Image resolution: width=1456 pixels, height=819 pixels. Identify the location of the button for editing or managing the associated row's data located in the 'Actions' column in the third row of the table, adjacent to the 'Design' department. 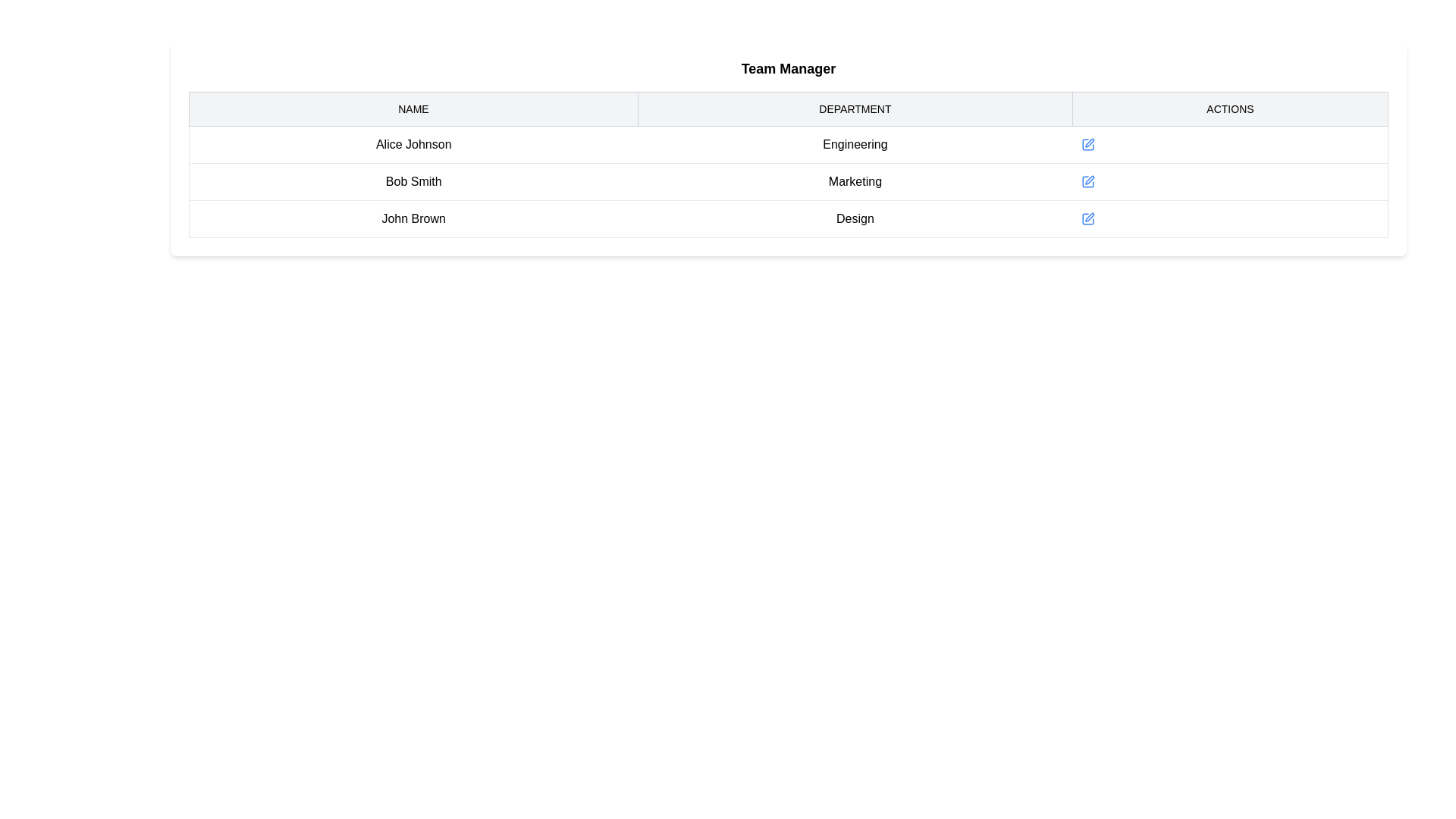
(1087, 219).